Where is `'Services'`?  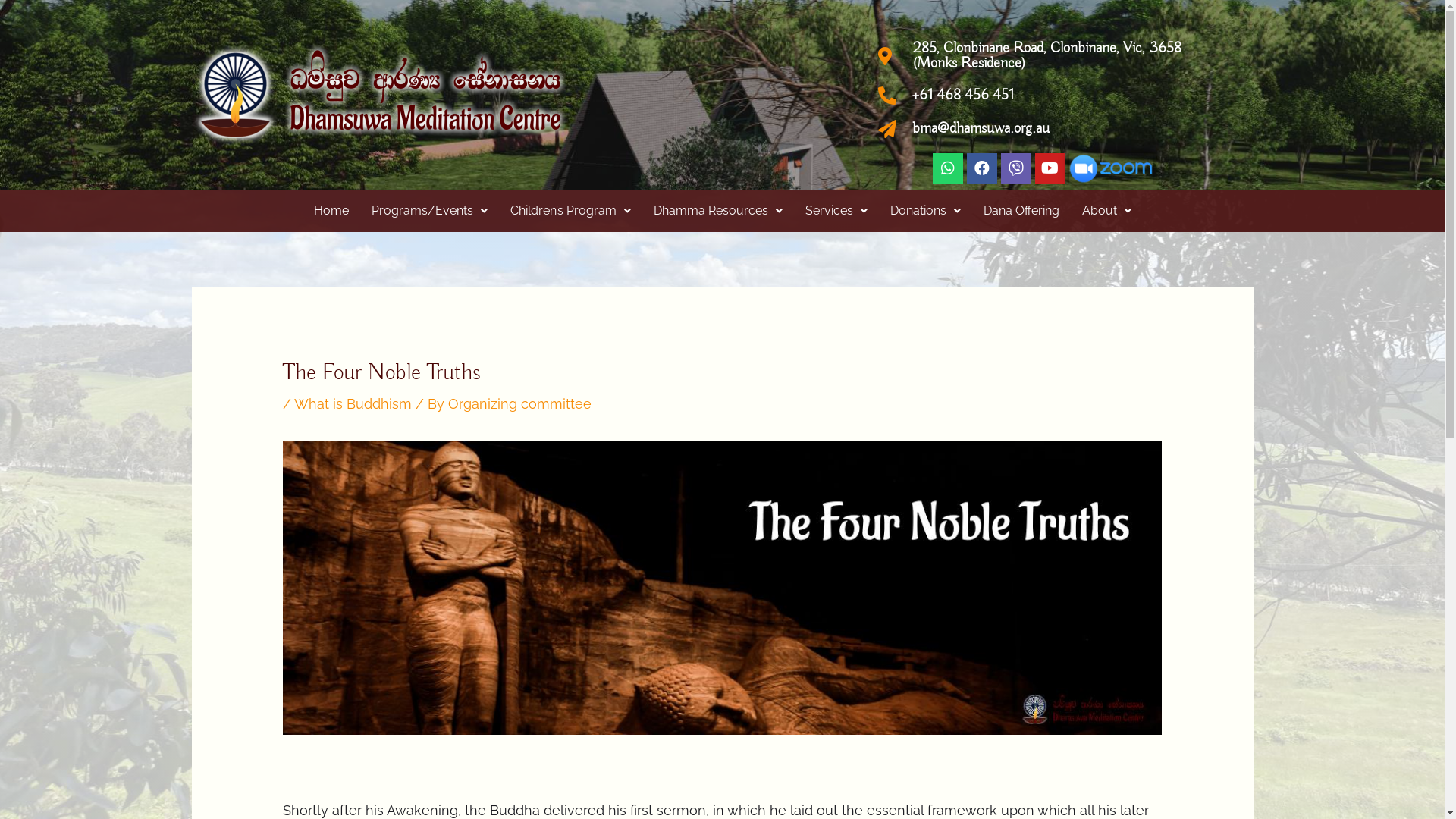
'Services' is located at coordinates (835, 210).